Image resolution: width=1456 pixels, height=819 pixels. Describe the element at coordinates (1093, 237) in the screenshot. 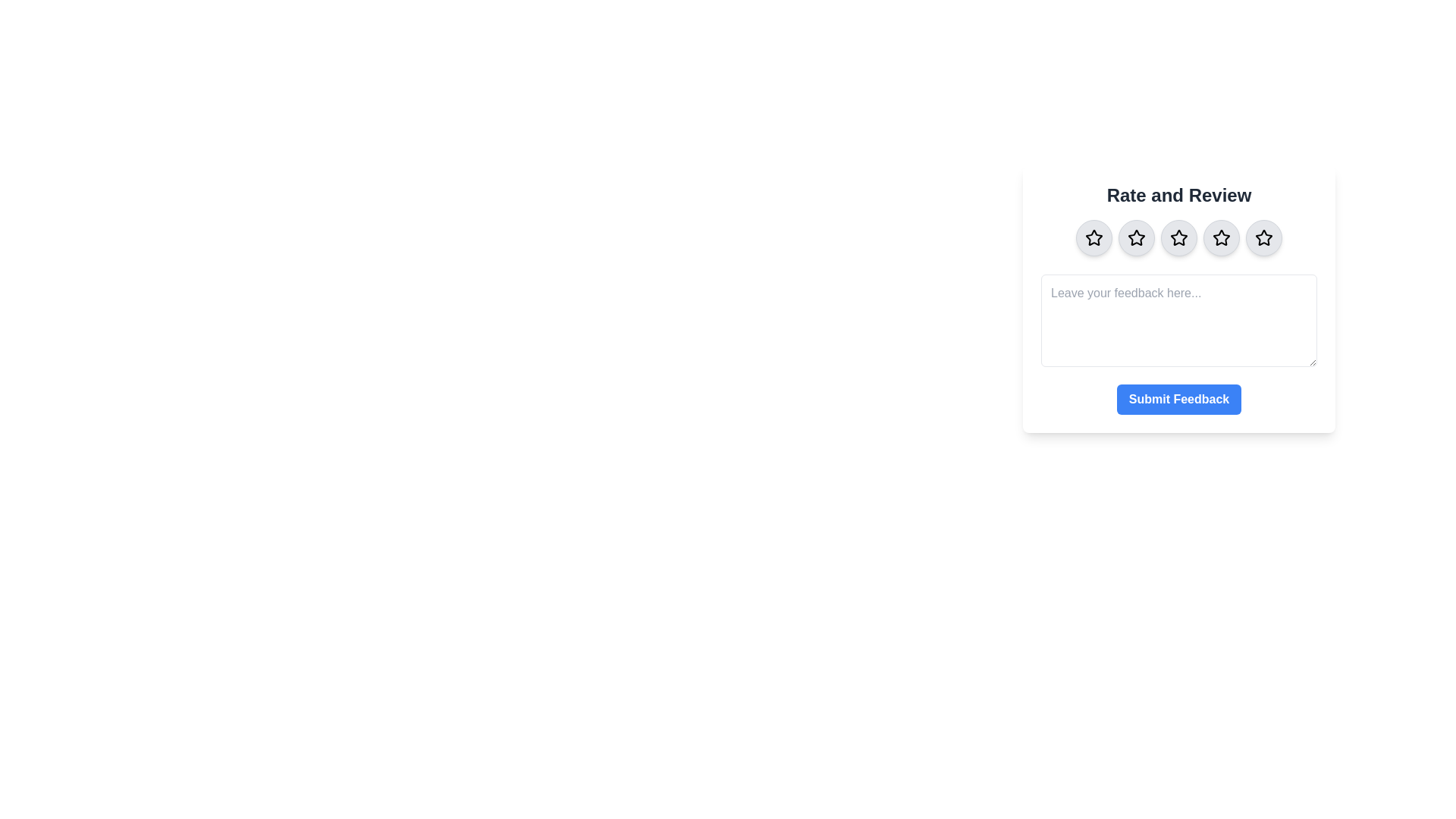

I see `the first star icon` at that location.